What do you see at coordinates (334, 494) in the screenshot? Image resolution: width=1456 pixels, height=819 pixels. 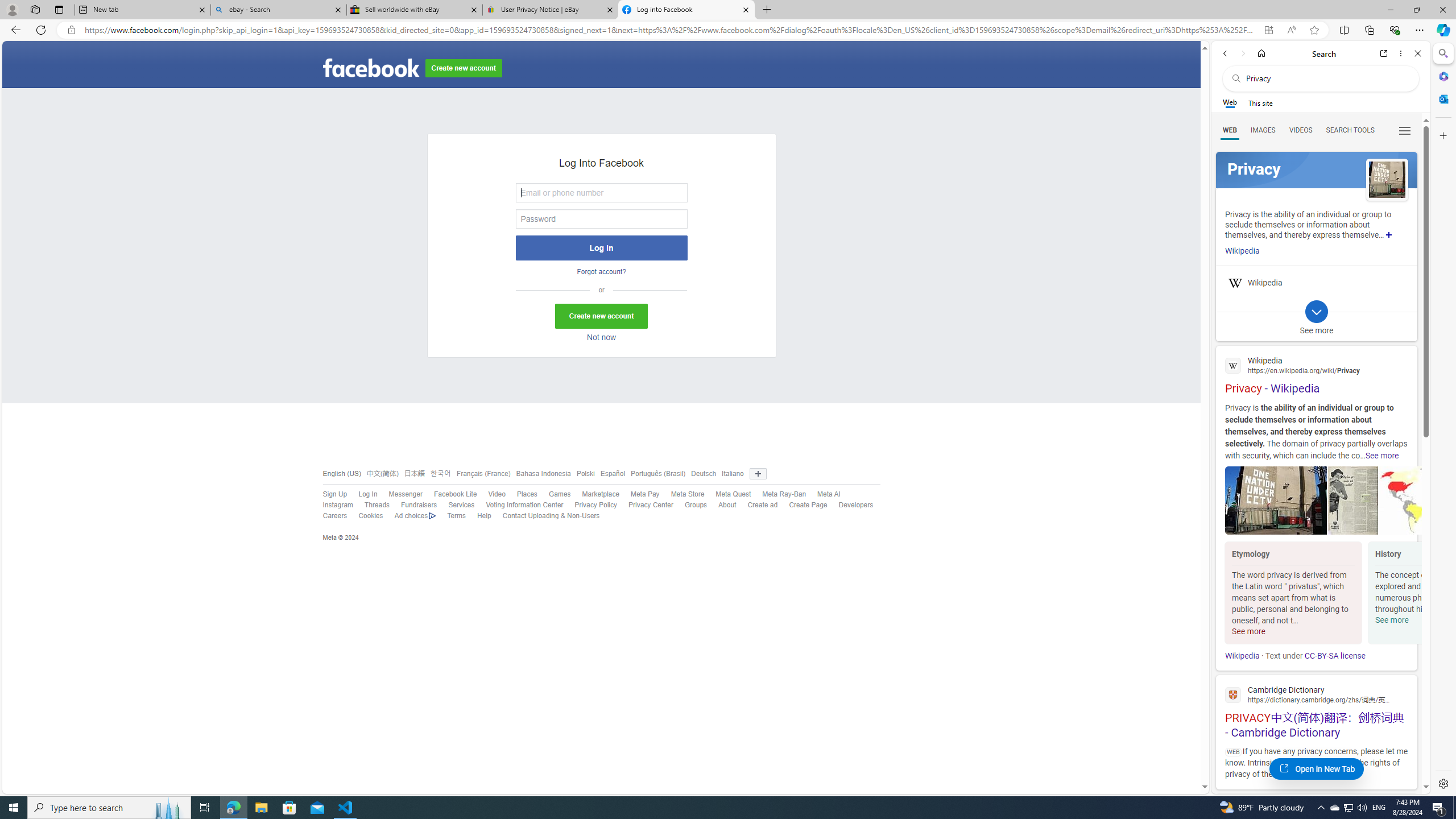 I see `'Sign Up'` at bounding box center [334, 494].